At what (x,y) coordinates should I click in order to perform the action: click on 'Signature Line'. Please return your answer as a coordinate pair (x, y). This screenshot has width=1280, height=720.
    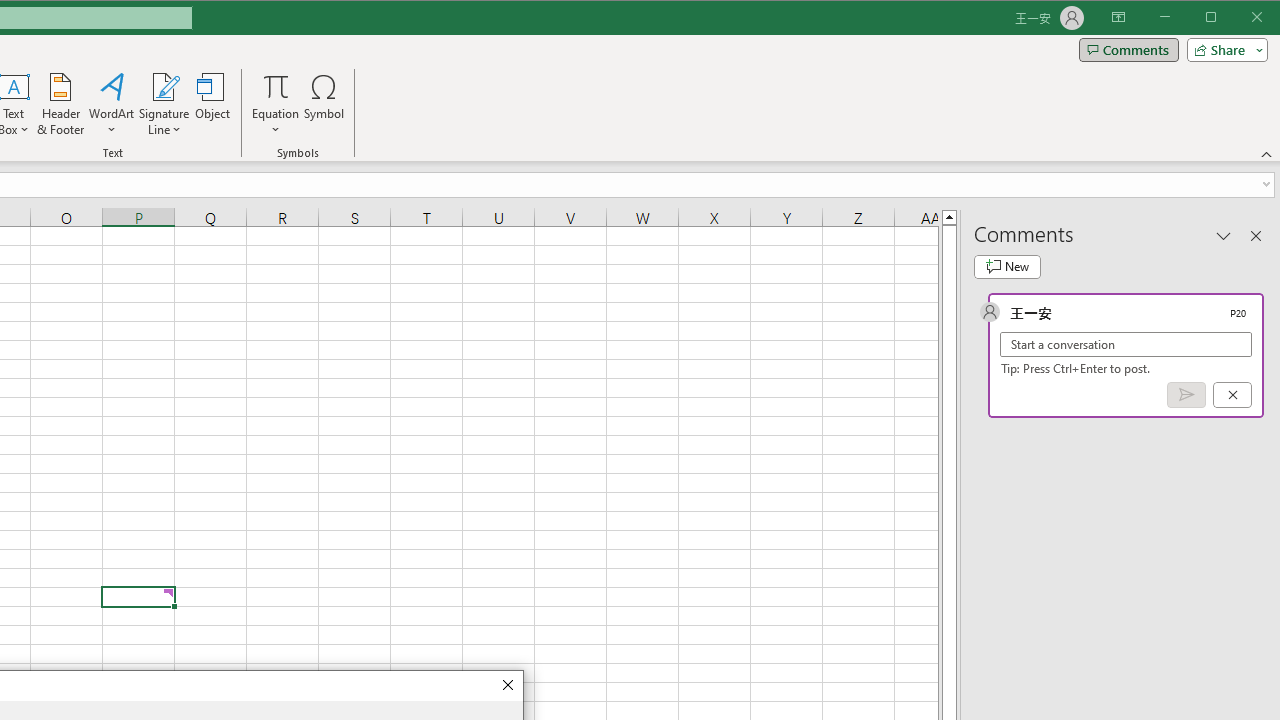
    Looking at the image, I should click on (164, 85).